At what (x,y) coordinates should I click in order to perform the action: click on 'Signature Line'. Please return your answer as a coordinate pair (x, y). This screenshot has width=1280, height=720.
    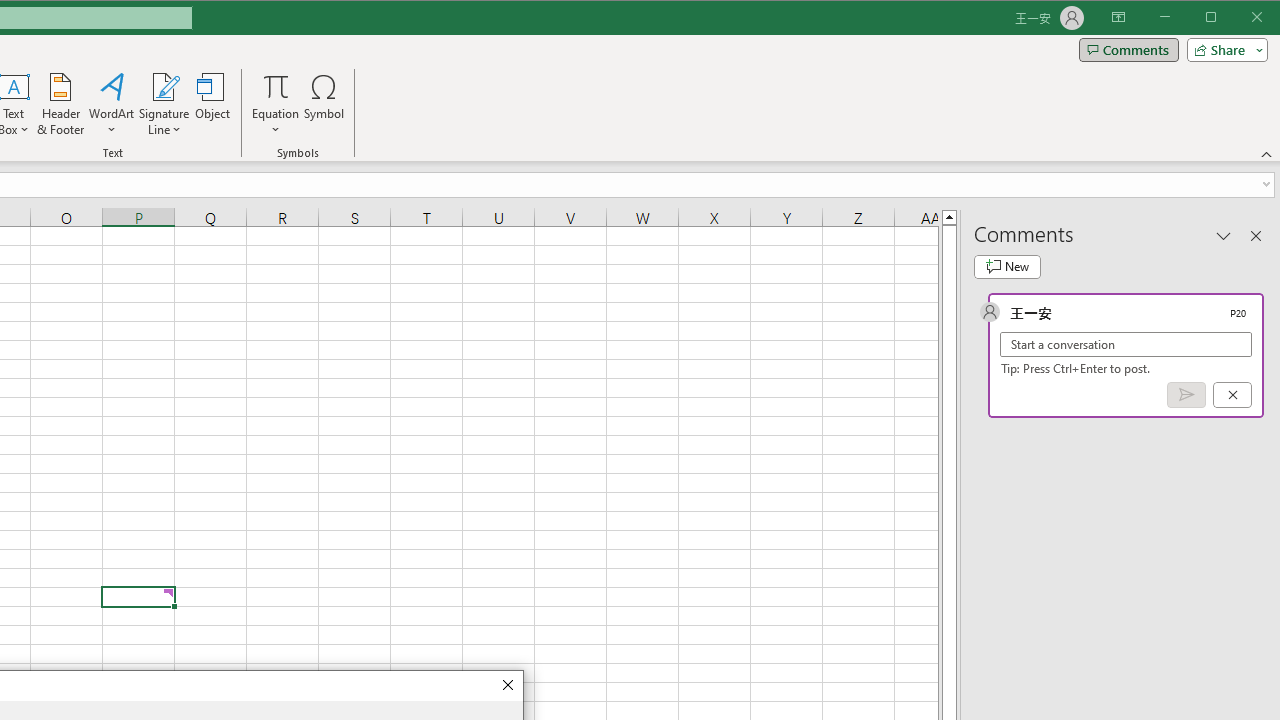
    Looking at the image, I should click on (164, 85).